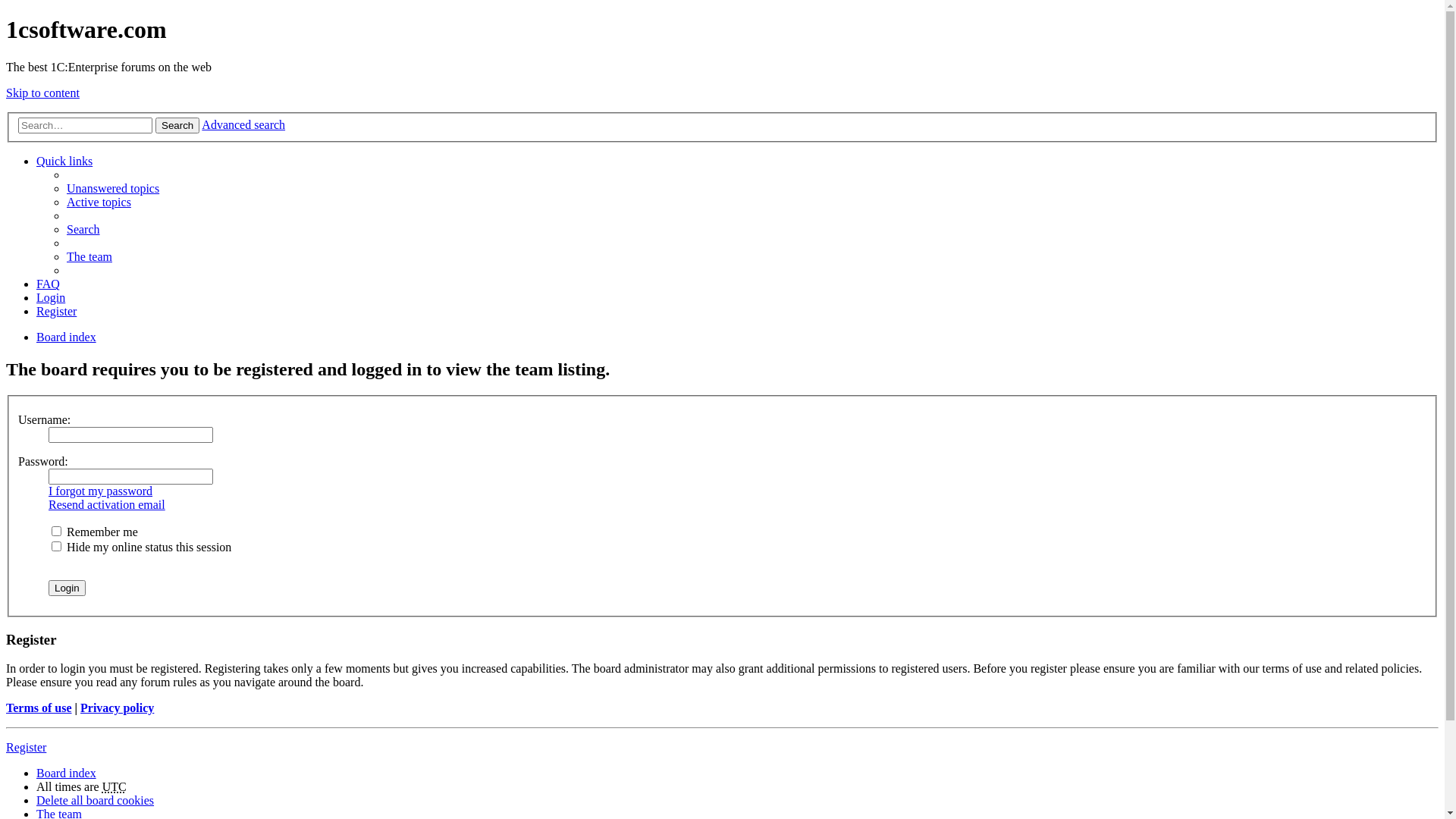 The width and height of the screenshot is (1456, 819). I want to click on 'Search', so click(177, 124).